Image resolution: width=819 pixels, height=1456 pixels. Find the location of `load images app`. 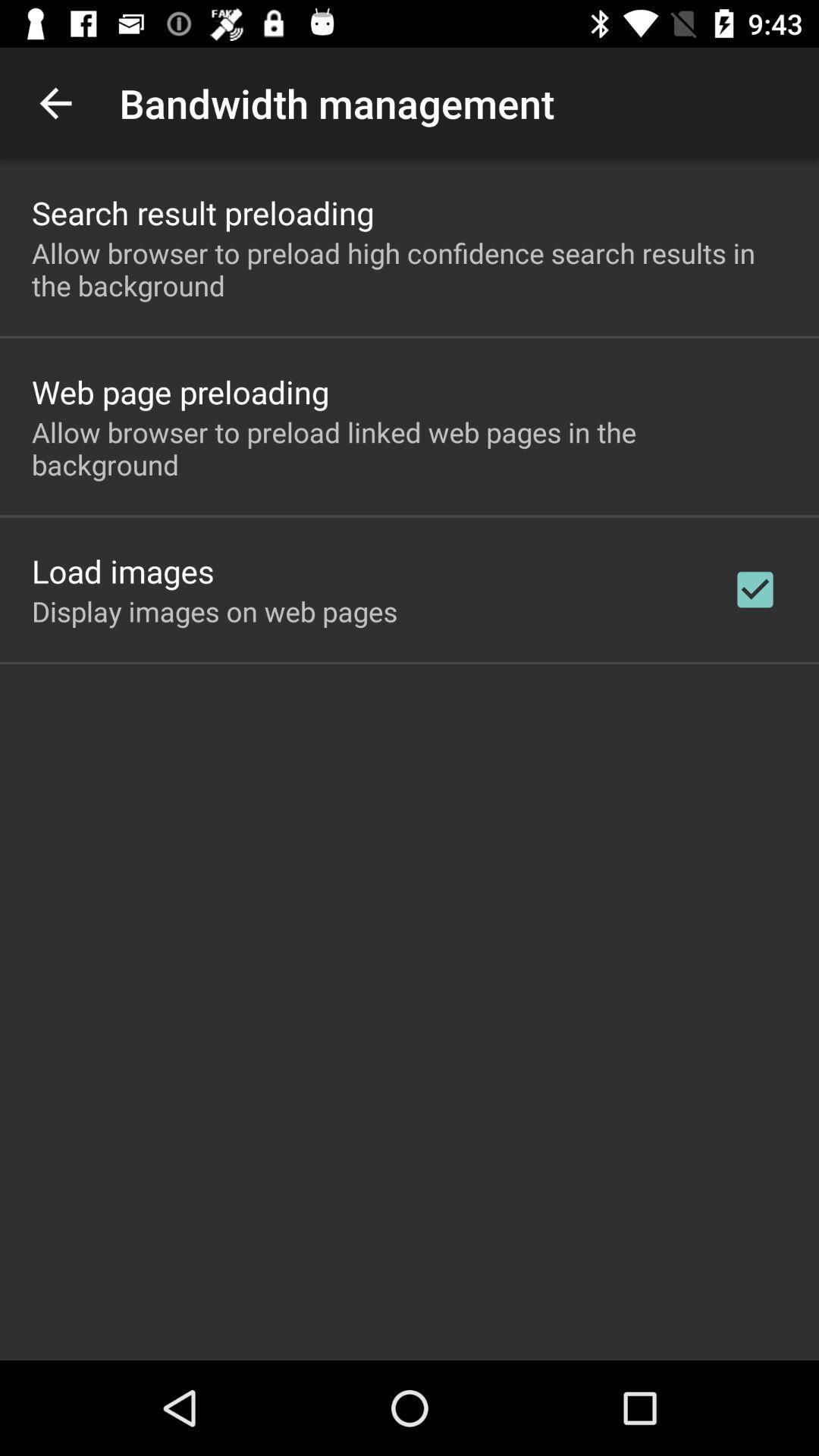

load images app is located at coordinates (122, 570).